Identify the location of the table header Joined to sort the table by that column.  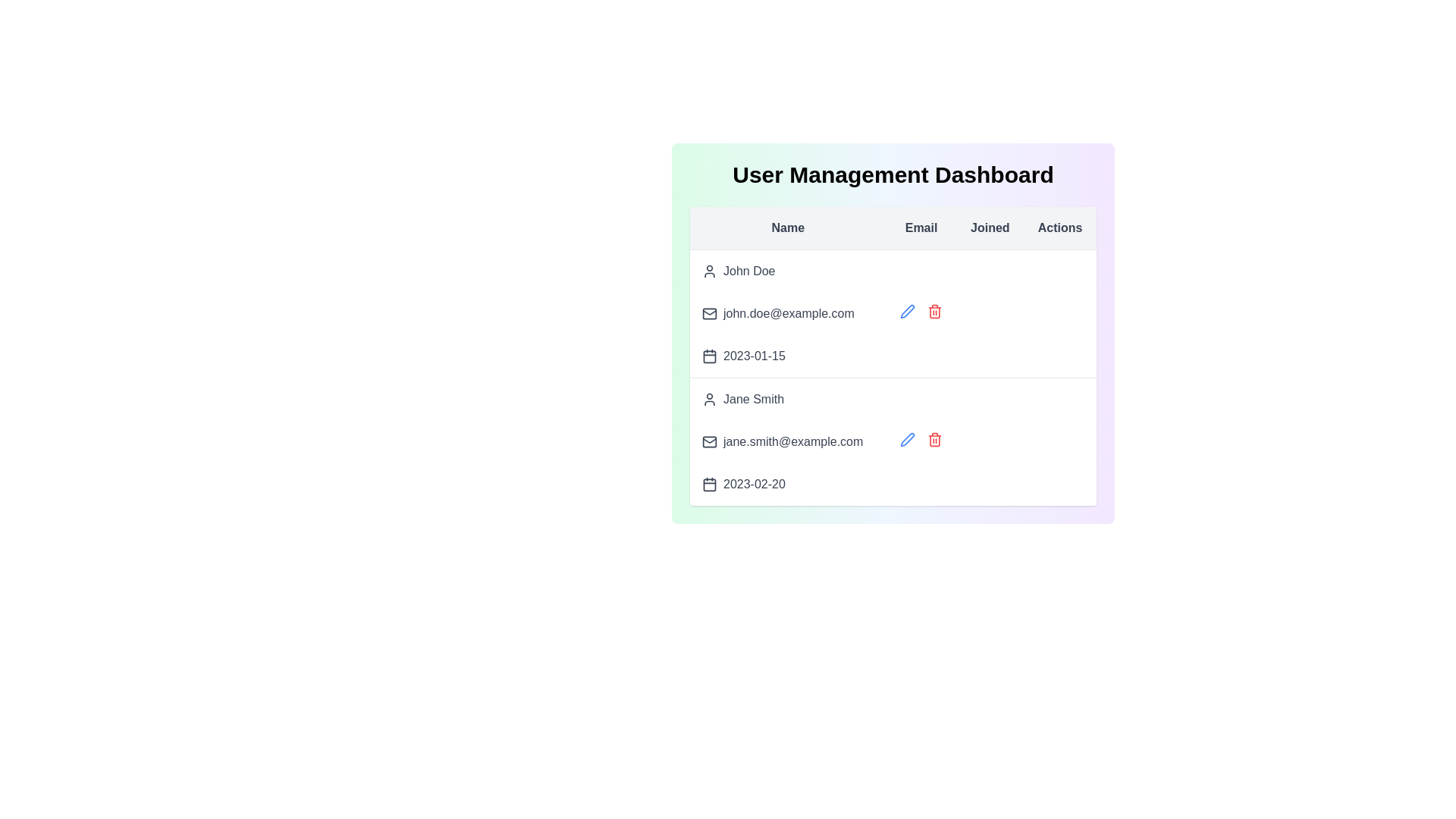
(990, 227).